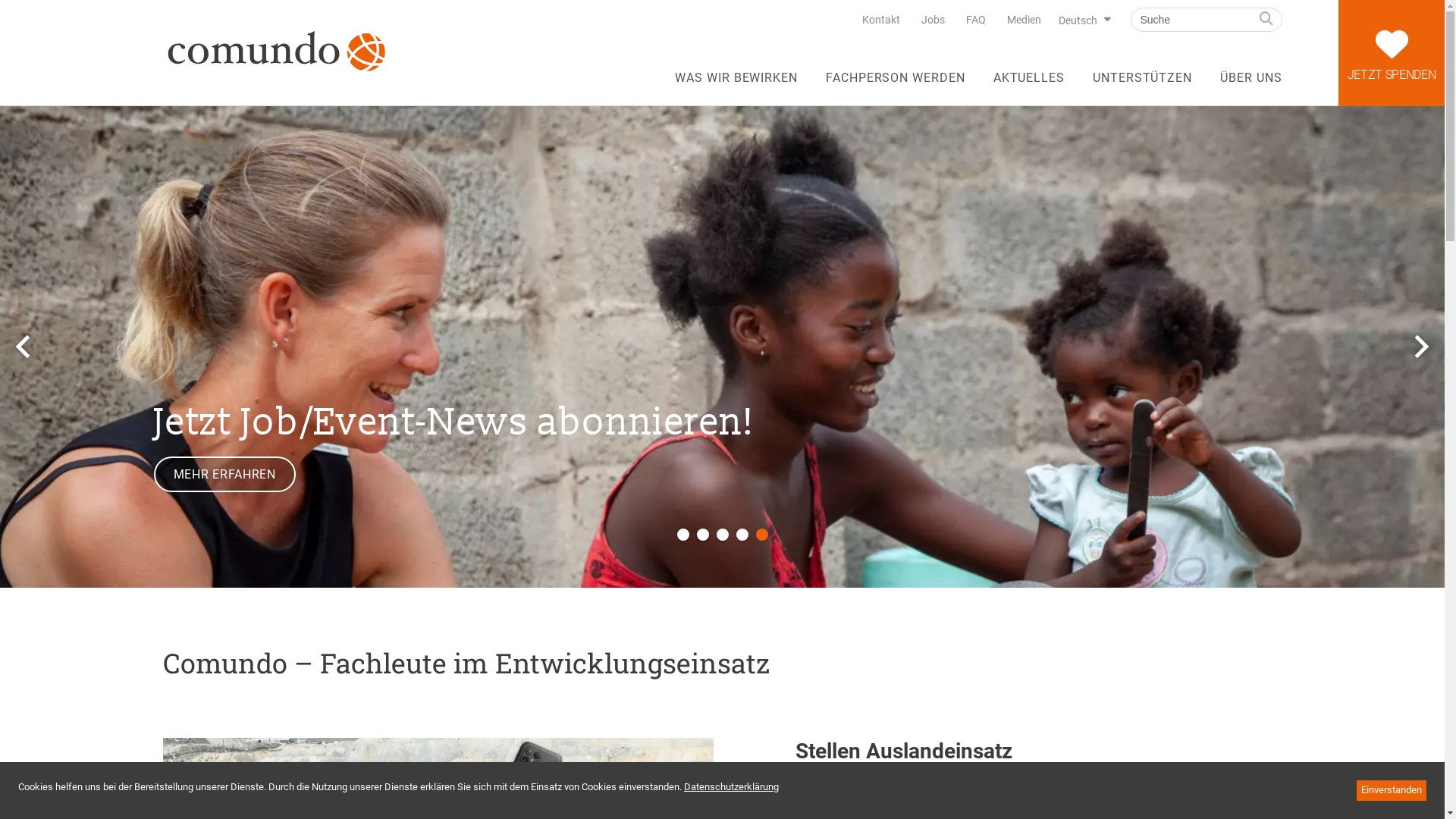 The height and width of the screenshot is (819, 1456). Describe the element at coordinates (735, 534) in the screenshot. I see `'4'` at that location.